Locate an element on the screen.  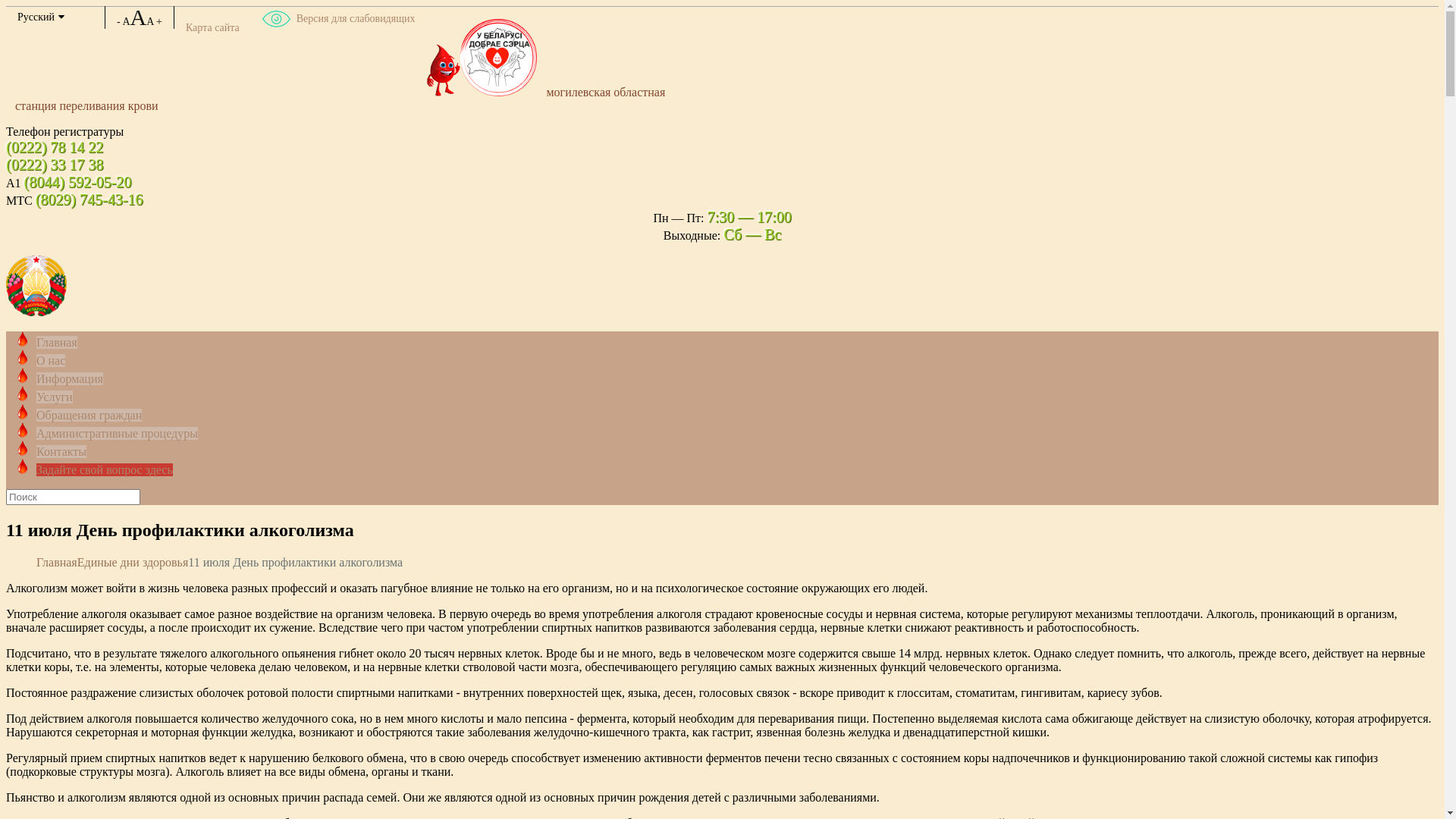
'-' is located at coordinates (118, 21).